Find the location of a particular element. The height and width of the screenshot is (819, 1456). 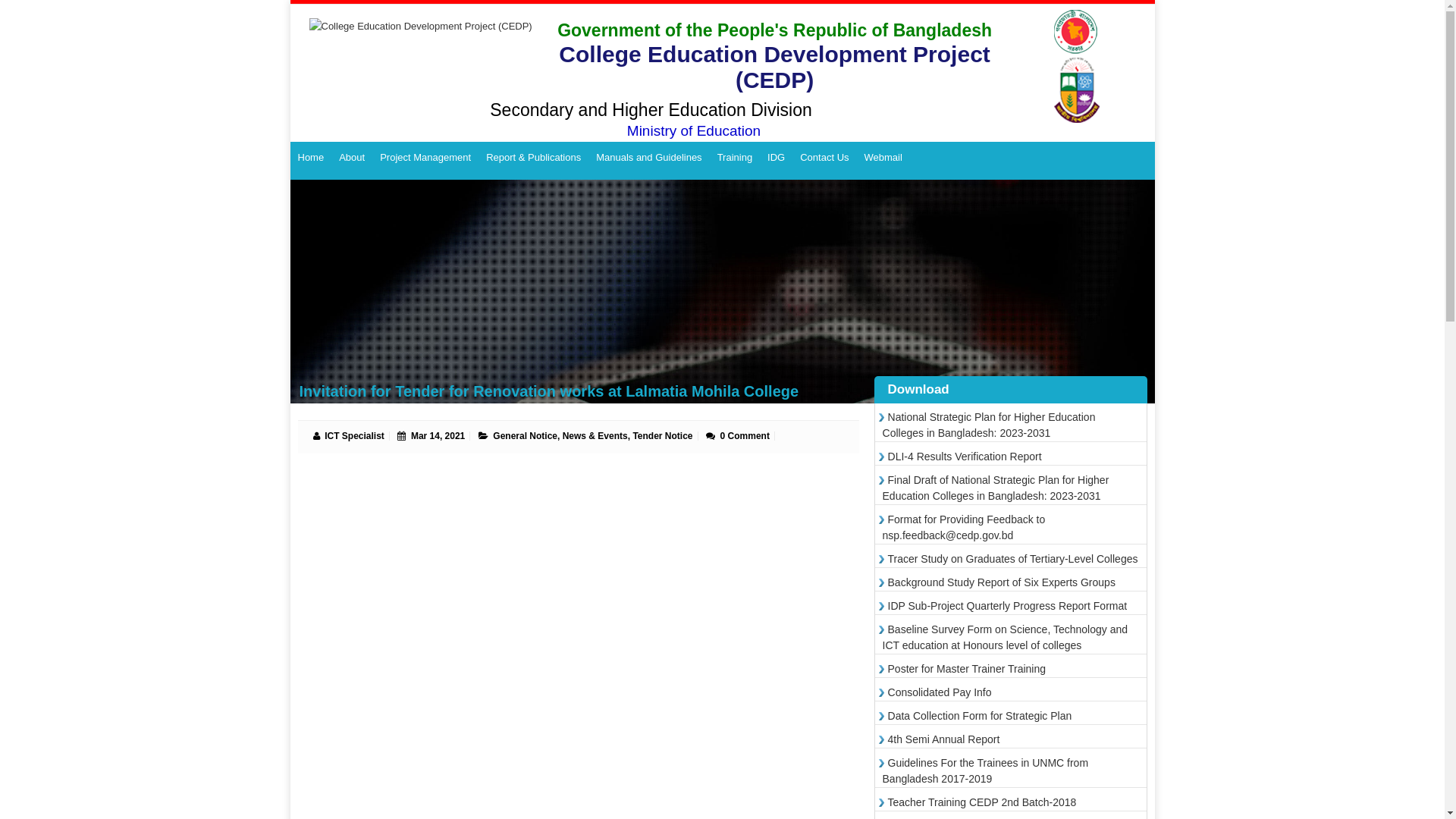

'Manuals and Guidelines' is located at coordinates (648, 158).